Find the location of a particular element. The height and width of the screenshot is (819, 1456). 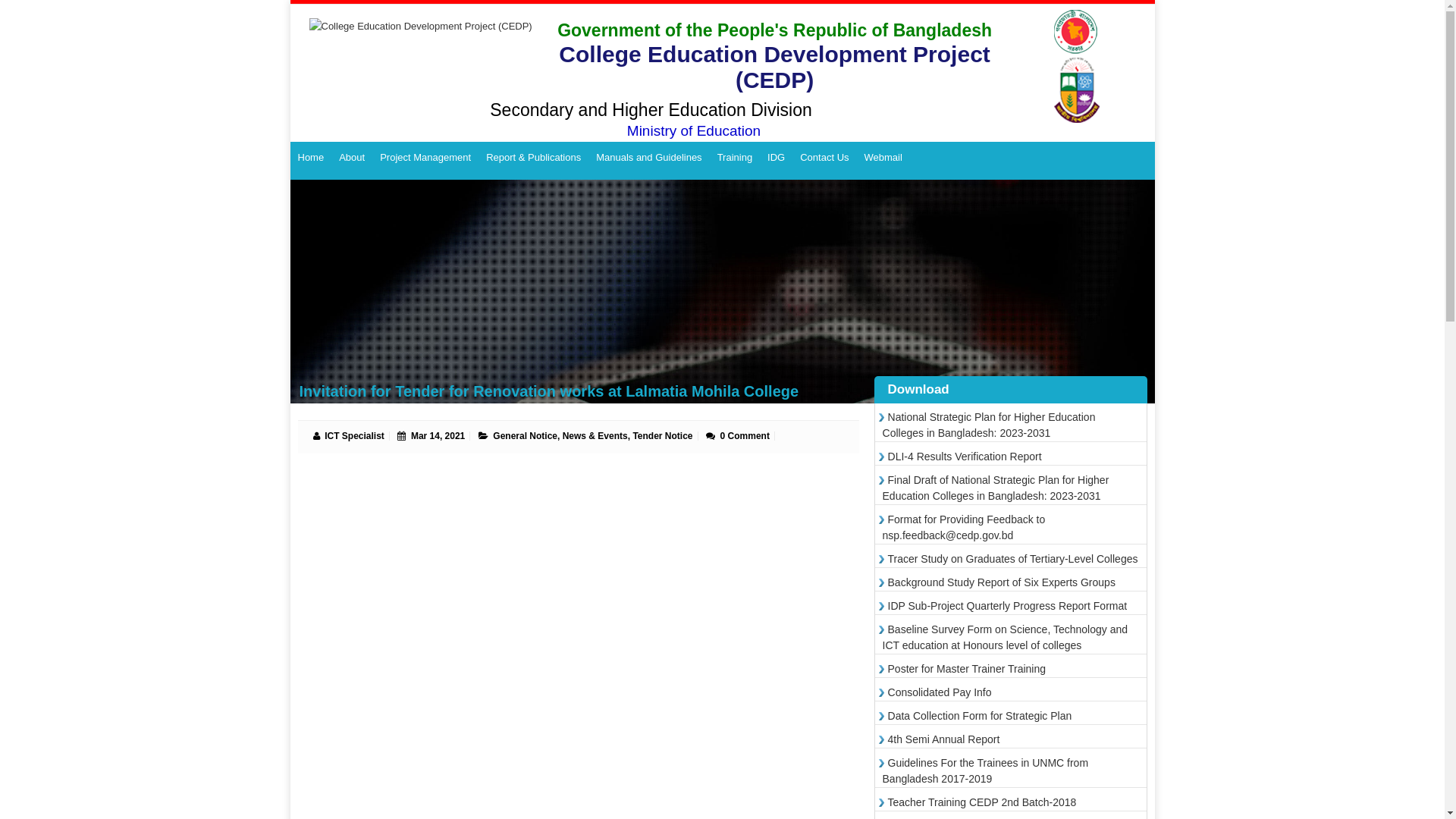

'Manuals and Guidelines' is located at coordinates (648, 158).